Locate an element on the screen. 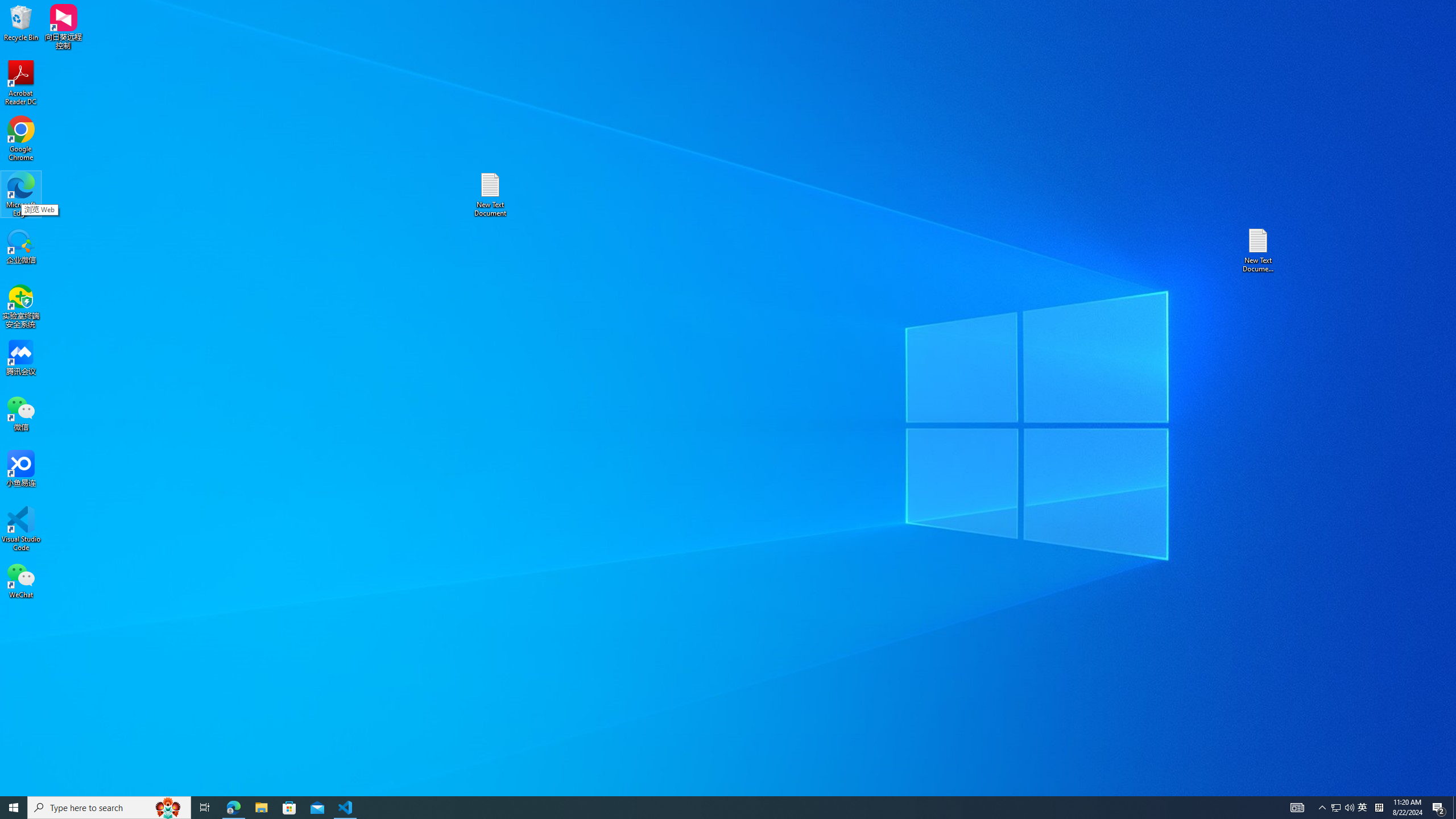 This screenshot has width=1456, height=819. 'Notification Chevron' is located at coordinates (1322, 806).